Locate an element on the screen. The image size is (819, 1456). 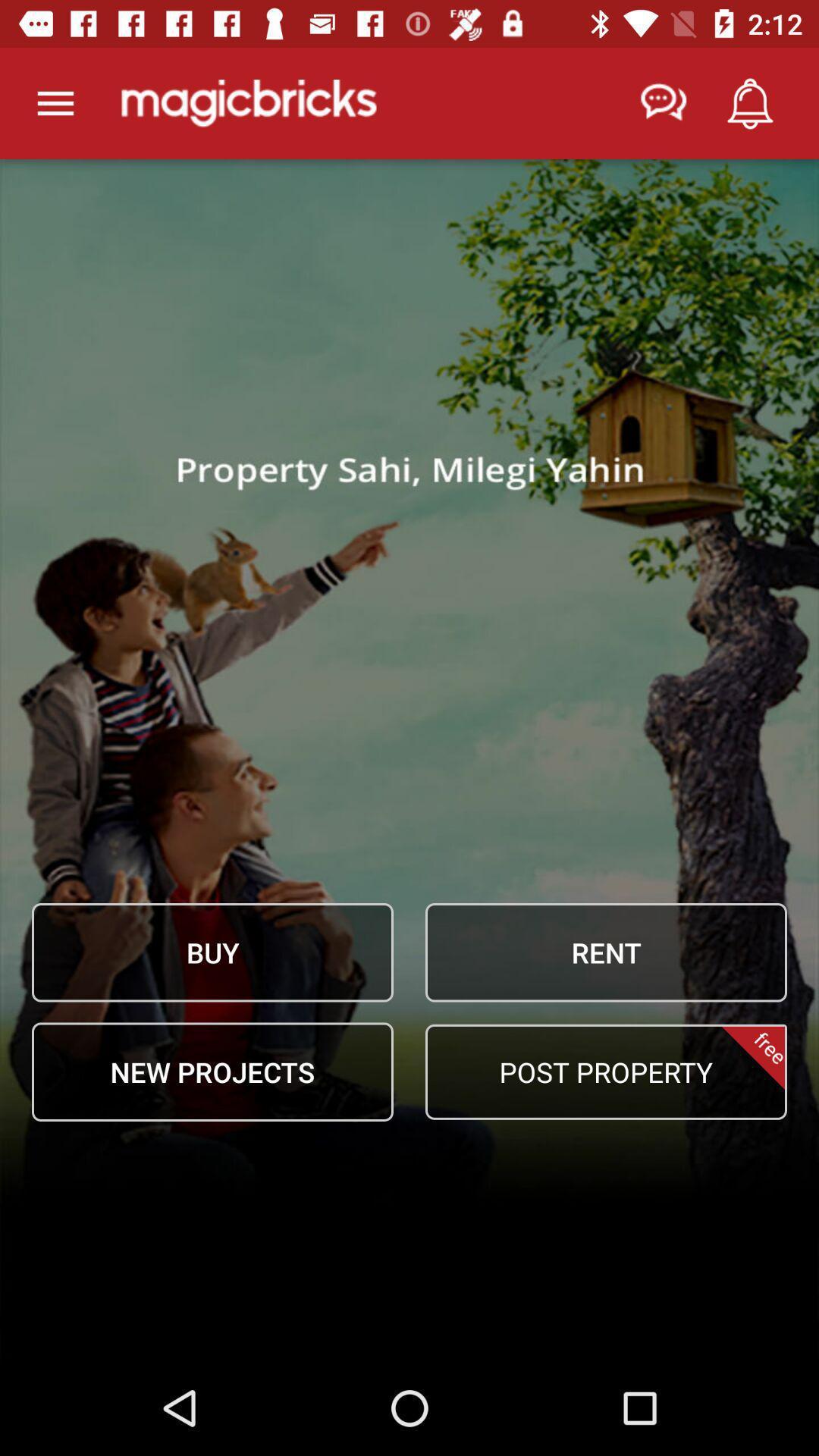
the item on the left is located at coordinates (212, 952).